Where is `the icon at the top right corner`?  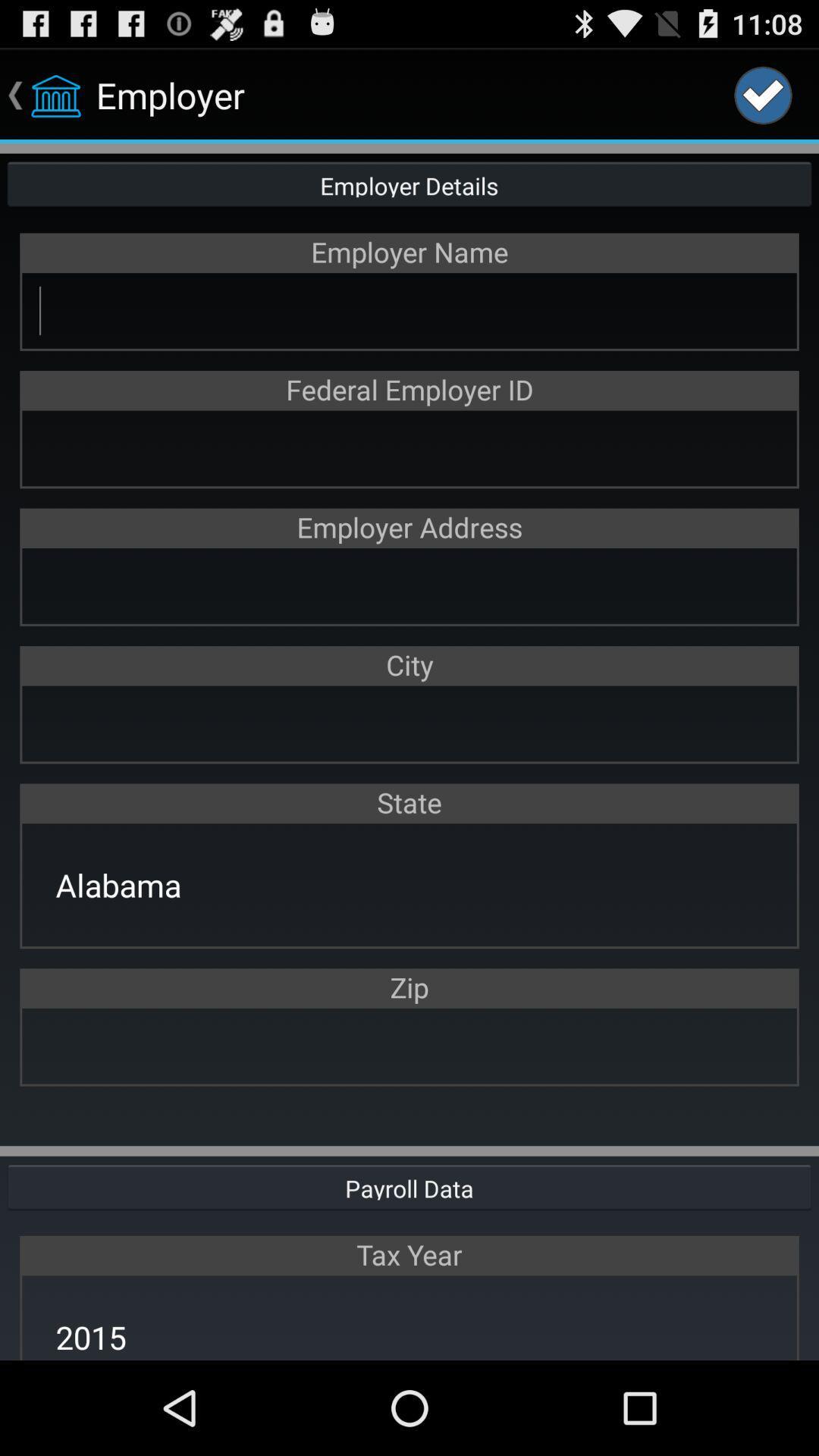 the icon at the top right corner is located at coordinates (763, 94).